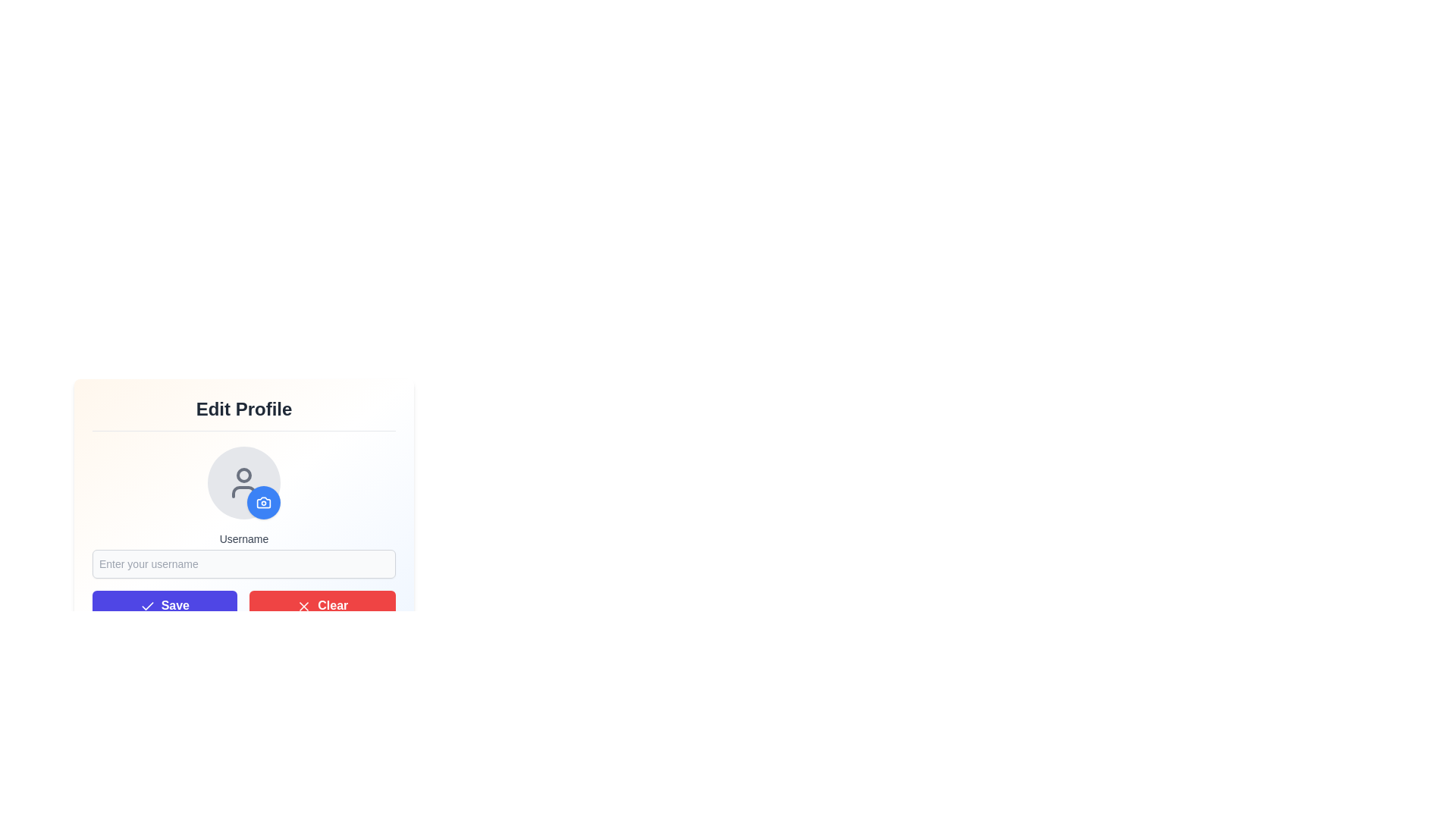 The height and width of the screenshot is (819, 1456). Describe the element at coordinates (263, 503) in the screenshot. I see `the camera icon located within the blue circular button at the lower-right corner of the circular avatar image to initiate an upload action` at that location.